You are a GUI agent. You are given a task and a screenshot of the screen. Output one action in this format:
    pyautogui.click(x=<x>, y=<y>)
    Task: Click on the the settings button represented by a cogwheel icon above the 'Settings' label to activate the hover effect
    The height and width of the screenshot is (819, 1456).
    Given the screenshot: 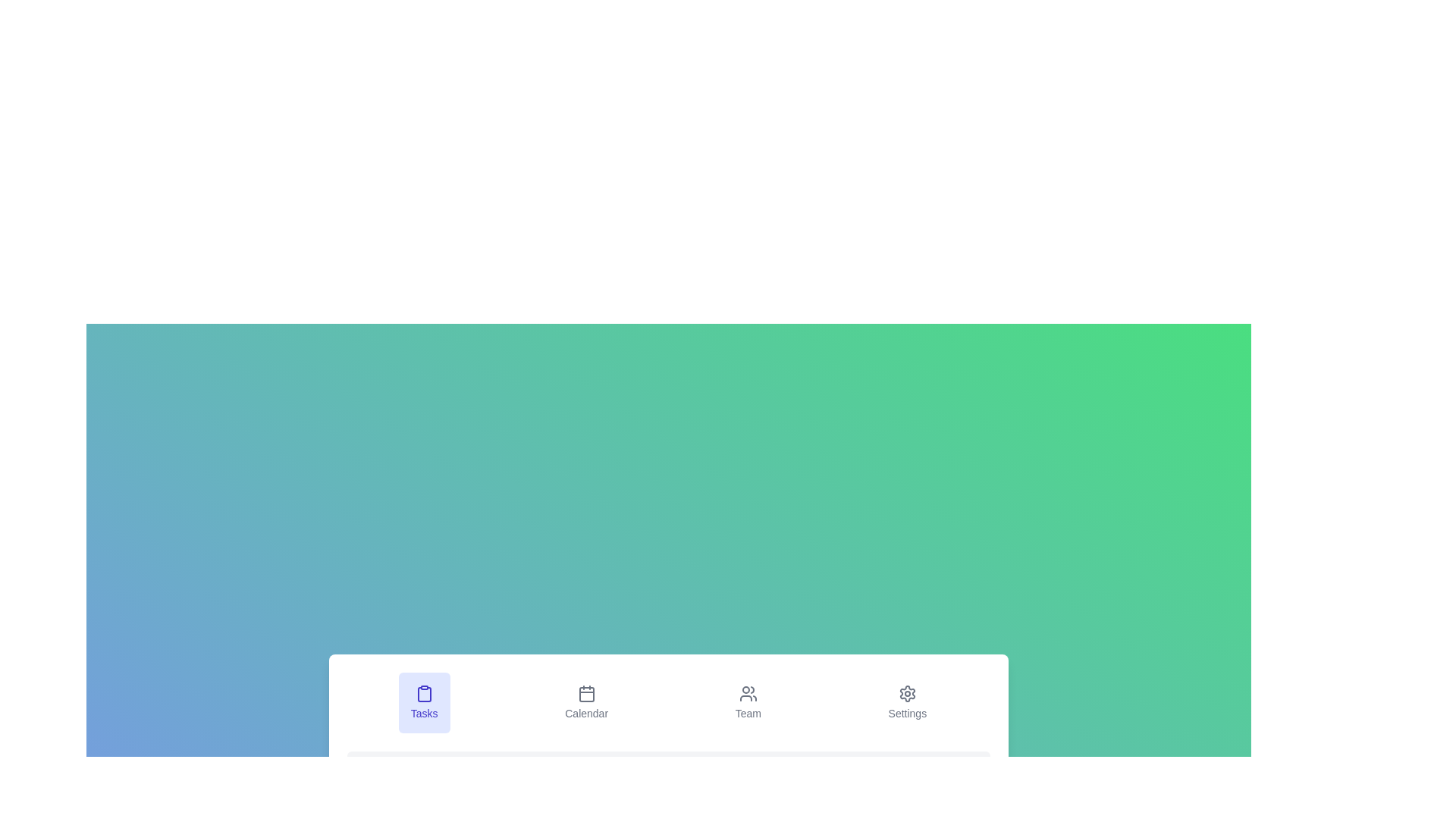 What is the action you would take?
    pyautogui.click(x=907, y=702)
    